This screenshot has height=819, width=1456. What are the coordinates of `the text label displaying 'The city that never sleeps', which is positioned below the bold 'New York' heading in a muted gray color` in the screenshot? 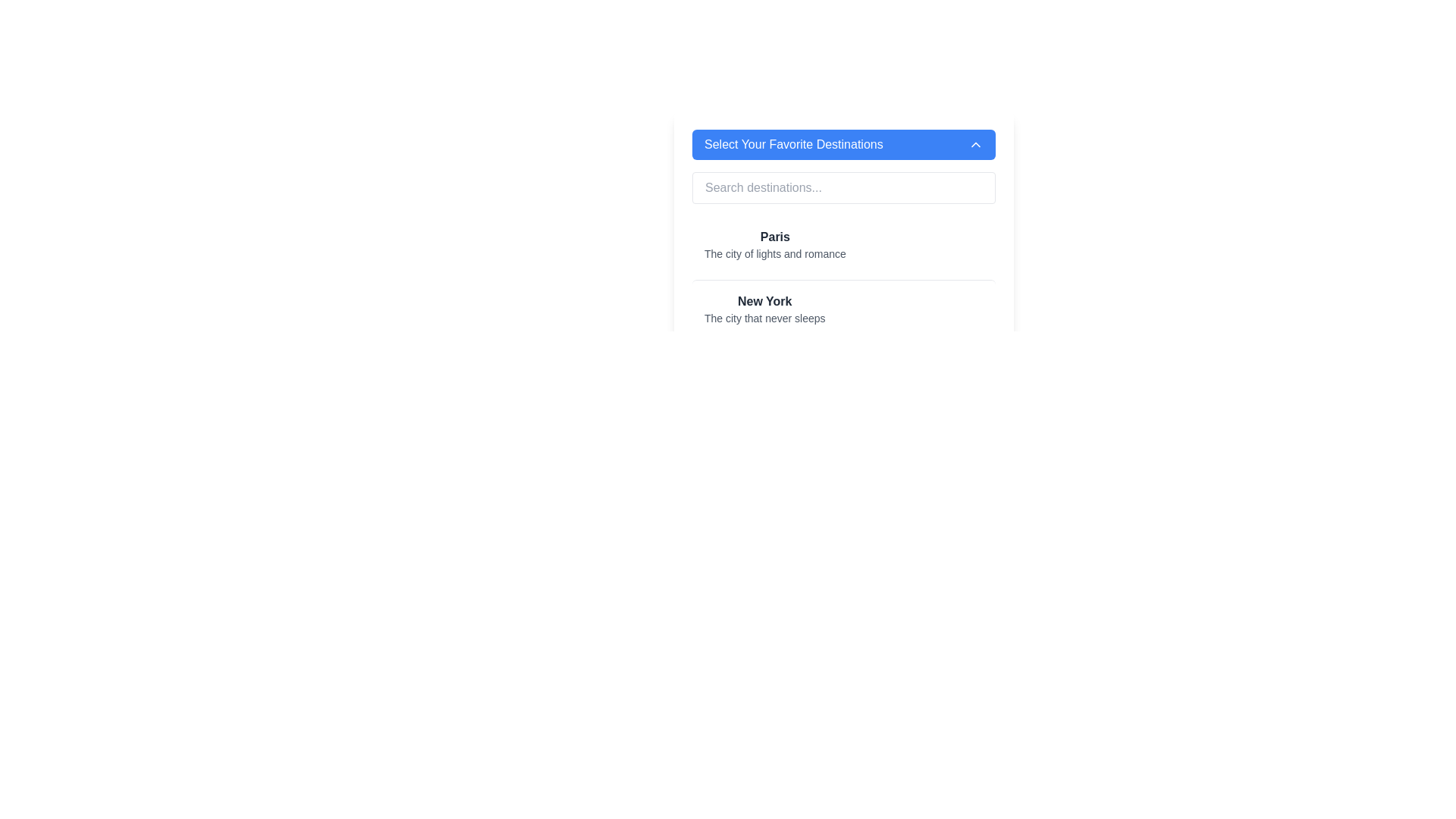 It's located at (764, 318).